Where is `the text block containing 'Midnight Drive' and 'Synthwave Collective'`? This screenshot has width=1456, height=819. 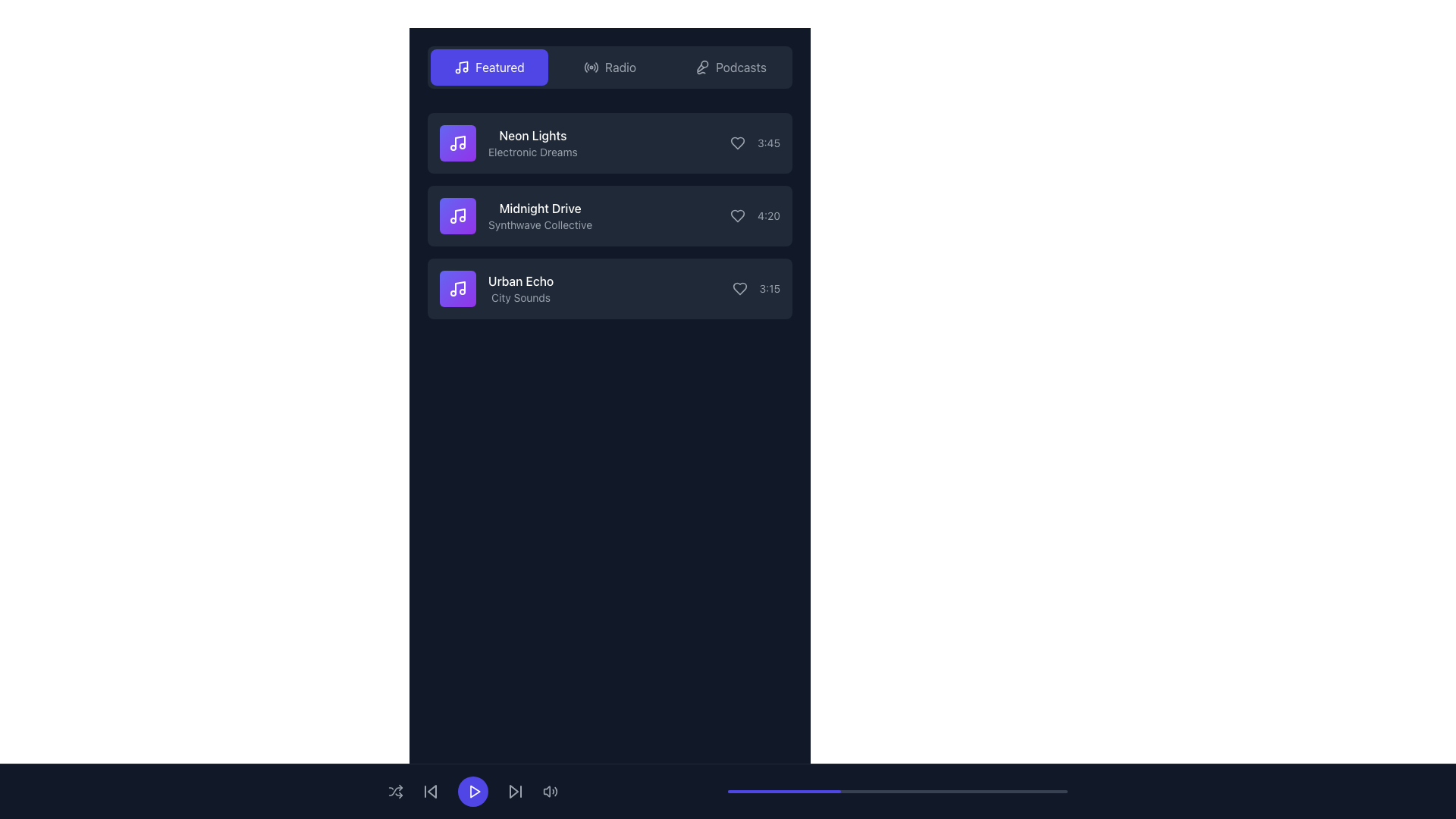 the text block containing 'Midnight Drive' and 'Synthwave Collective' is located at coordinates (540, 216).